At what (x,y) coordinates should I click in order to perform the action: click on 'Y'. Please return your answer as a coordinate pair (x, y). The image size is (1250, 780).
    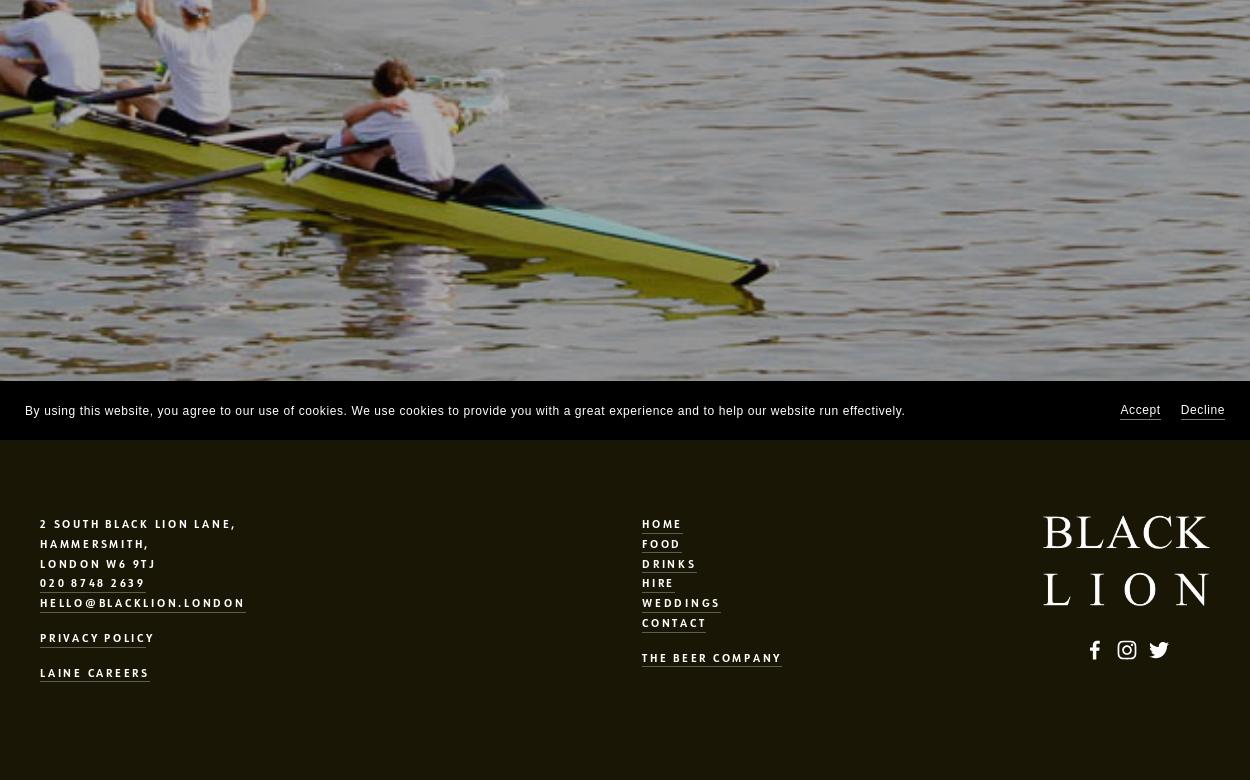
    Looking at the image, I should click on (149, 637).